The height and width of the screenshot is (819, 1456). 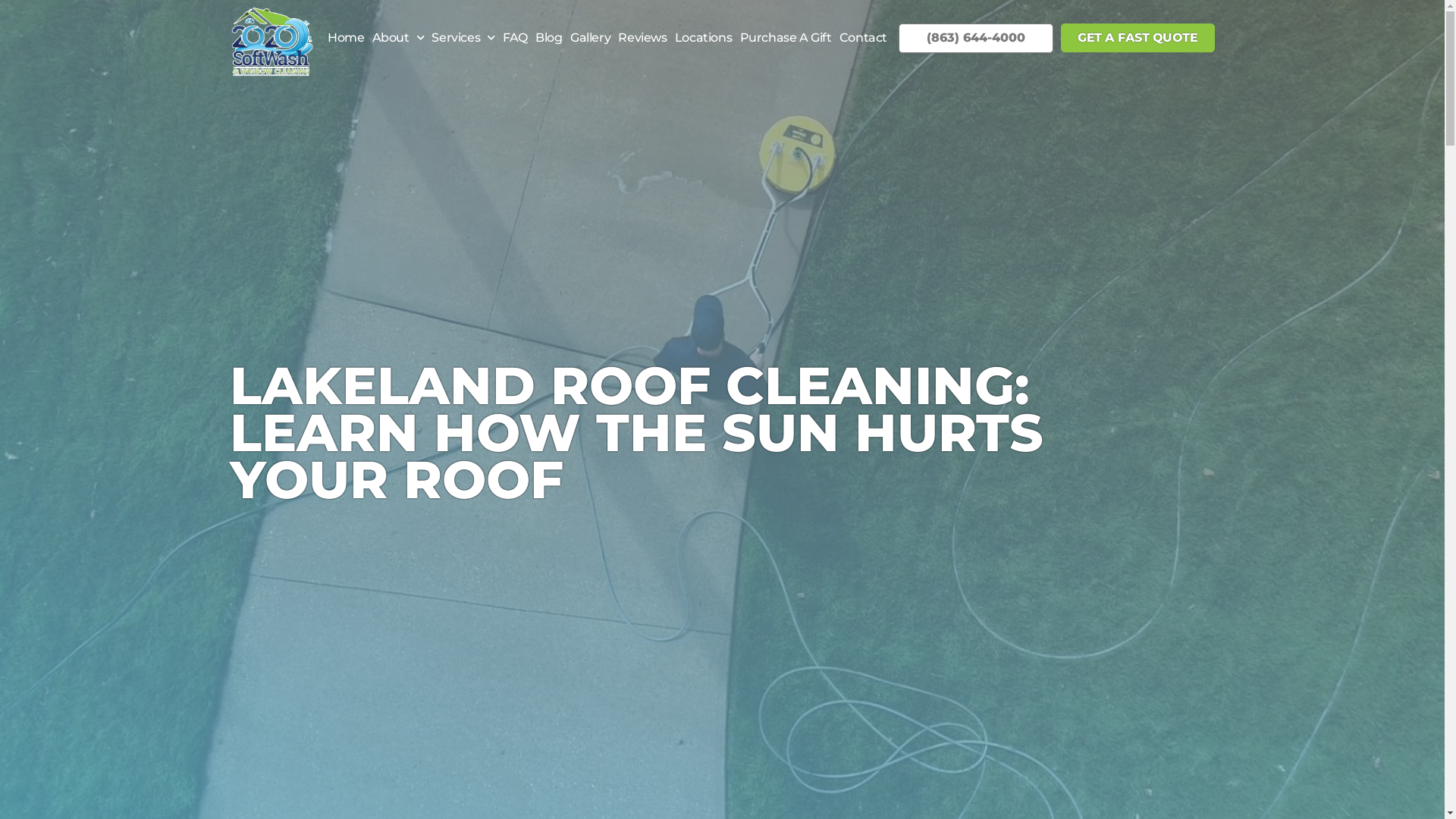 I want to click on 'FAQ', so click(x=515, y=37).